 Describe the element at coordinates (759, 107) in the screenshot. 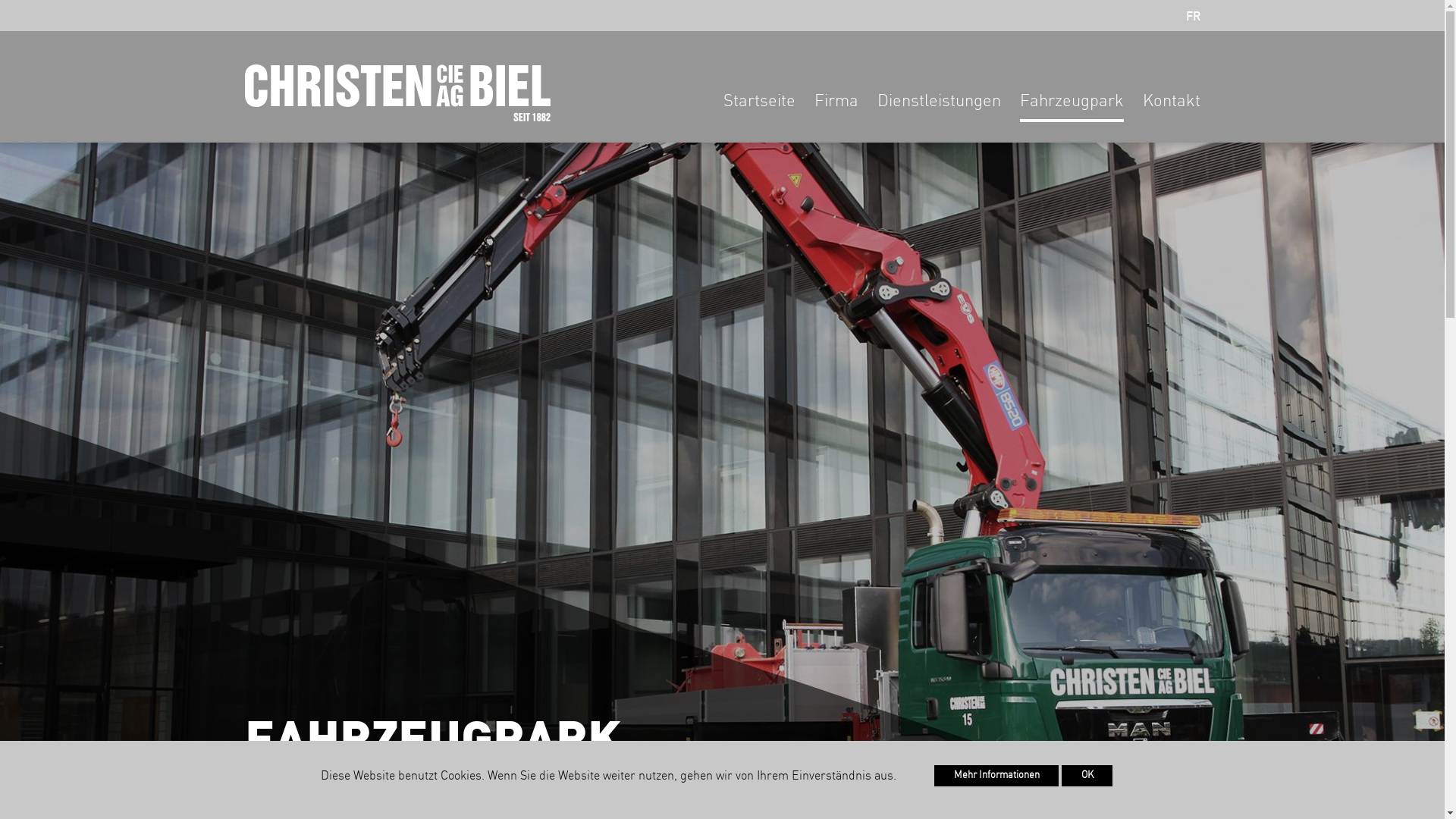

I see `'Startseite'` at that location.